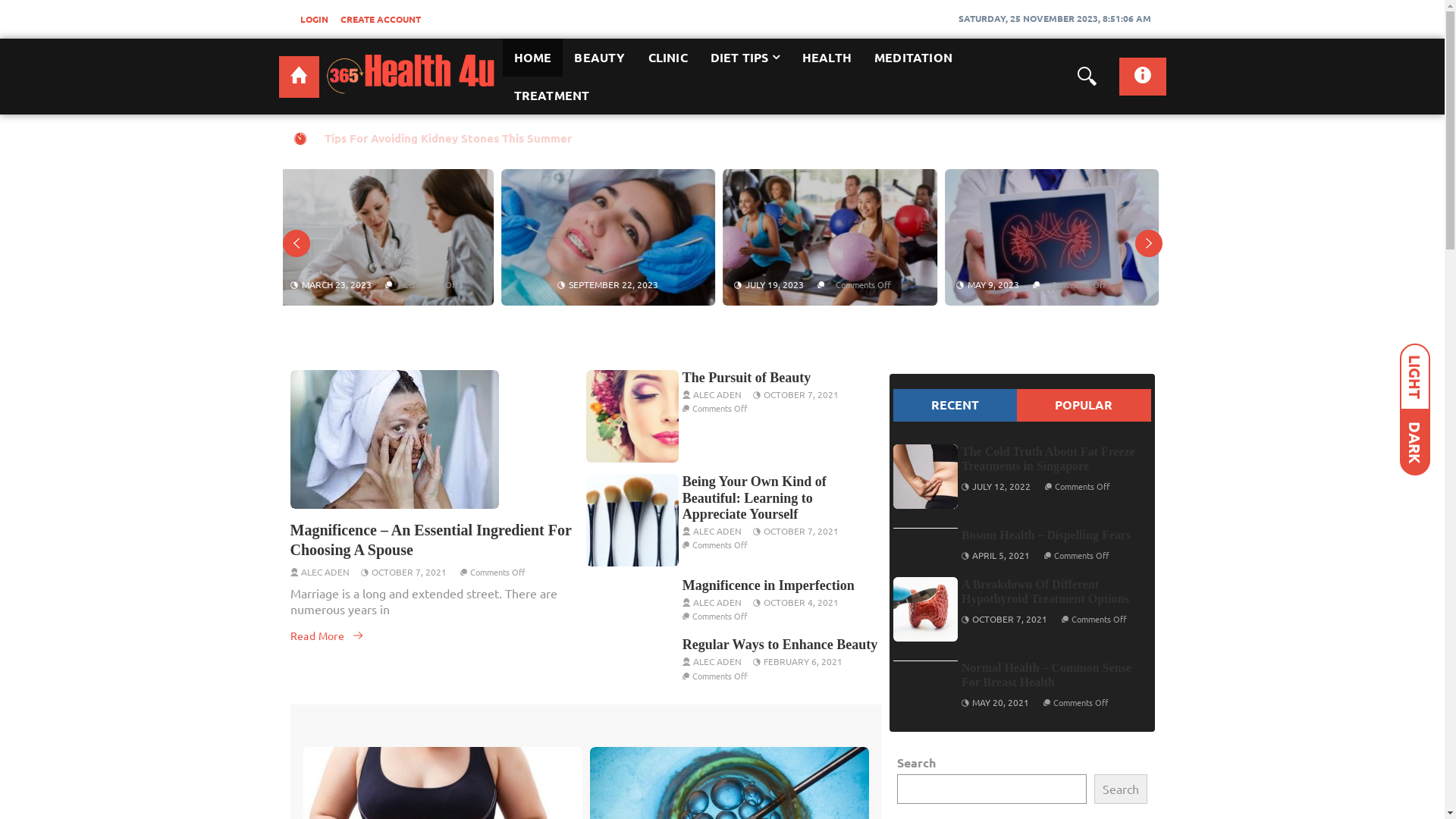 This screenshot has height=819, width=1456. I want to click on 'POPULAR', so click(1083, 404).